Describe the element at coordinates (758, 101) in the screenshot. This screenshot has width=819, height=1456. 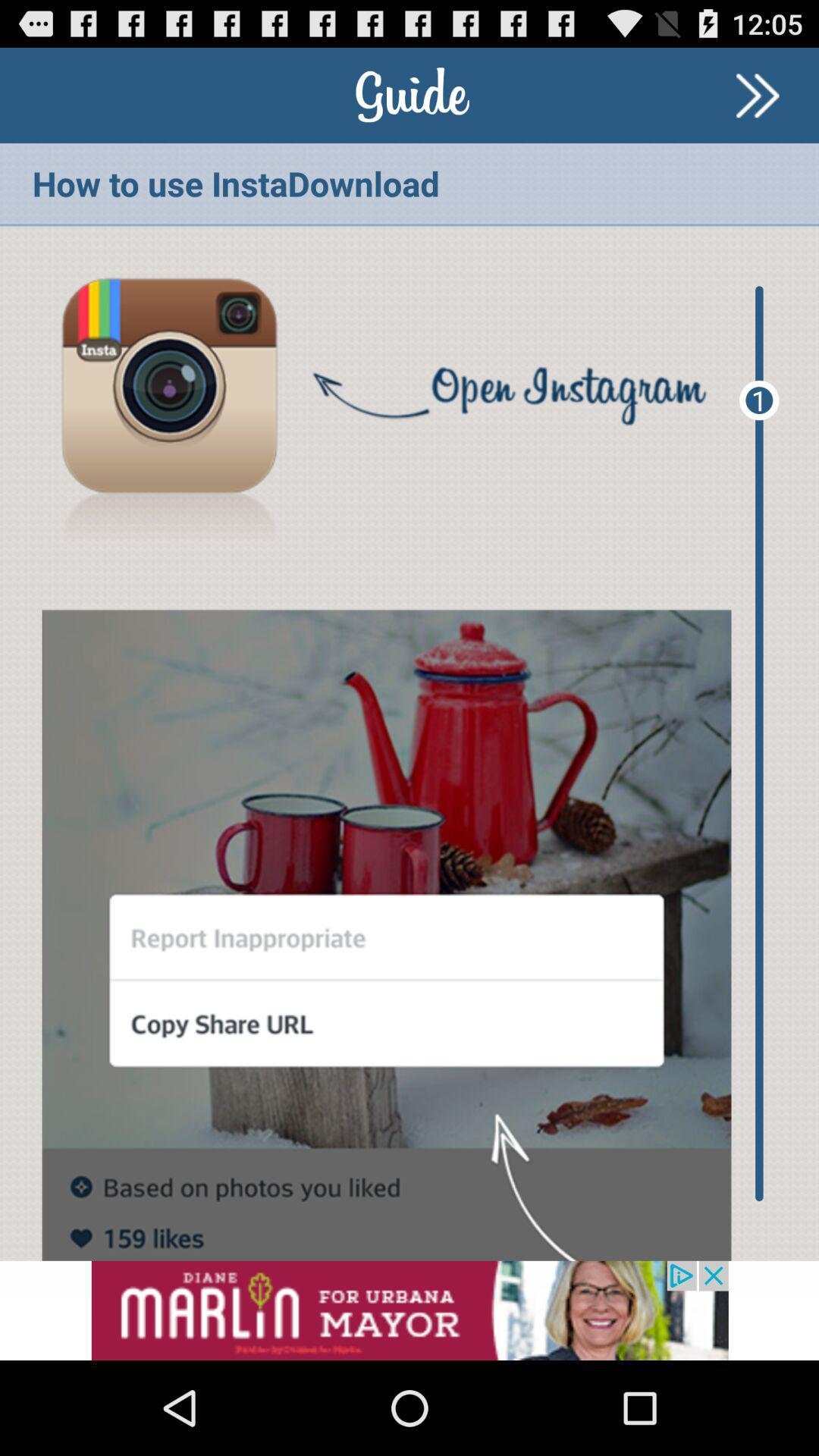
I see `the av_forward icon` at that location.